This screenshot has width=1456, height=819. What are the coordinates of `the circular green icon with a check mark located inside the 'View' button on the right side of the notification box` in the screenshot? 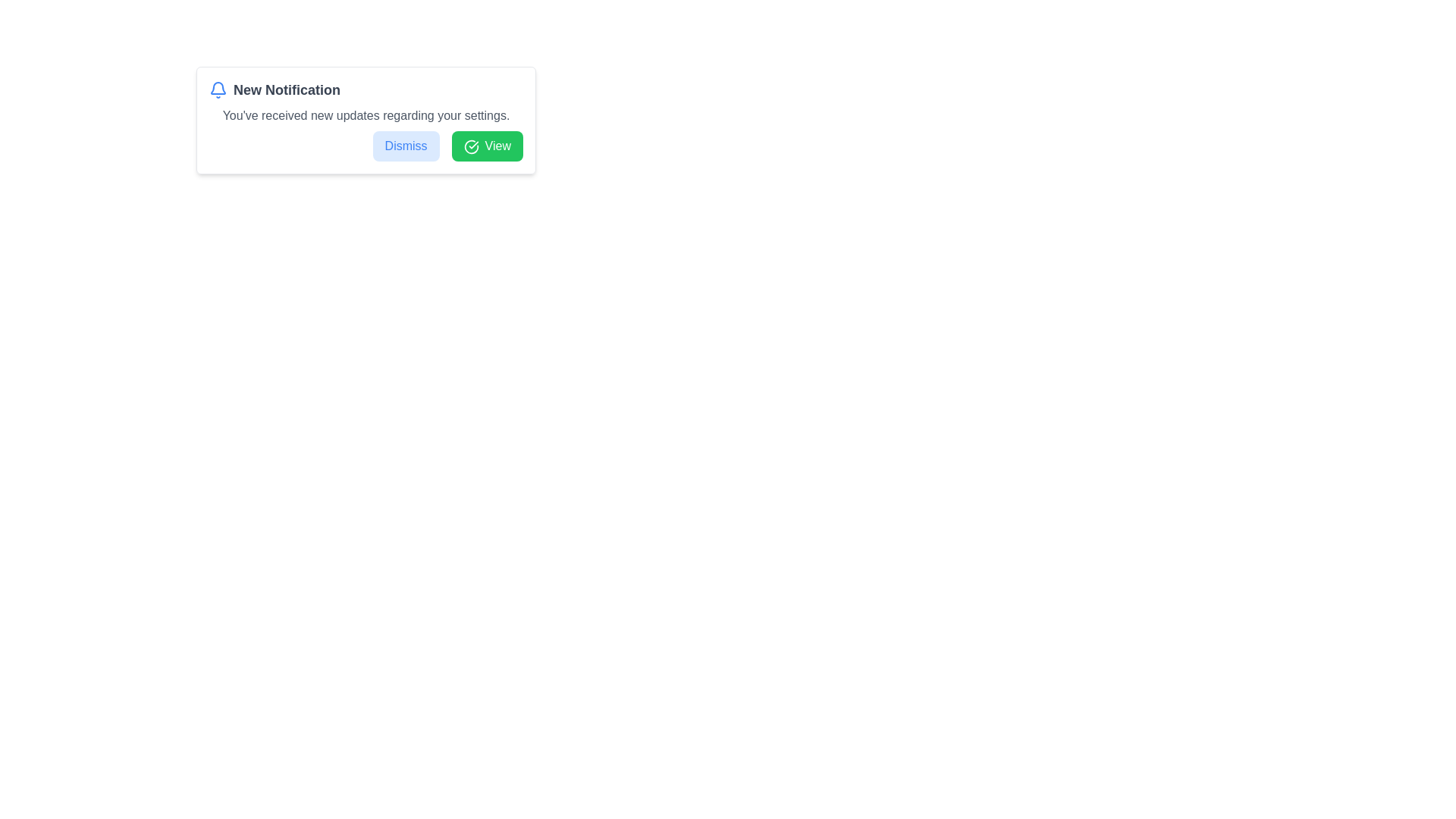 It's located at (470, 146).